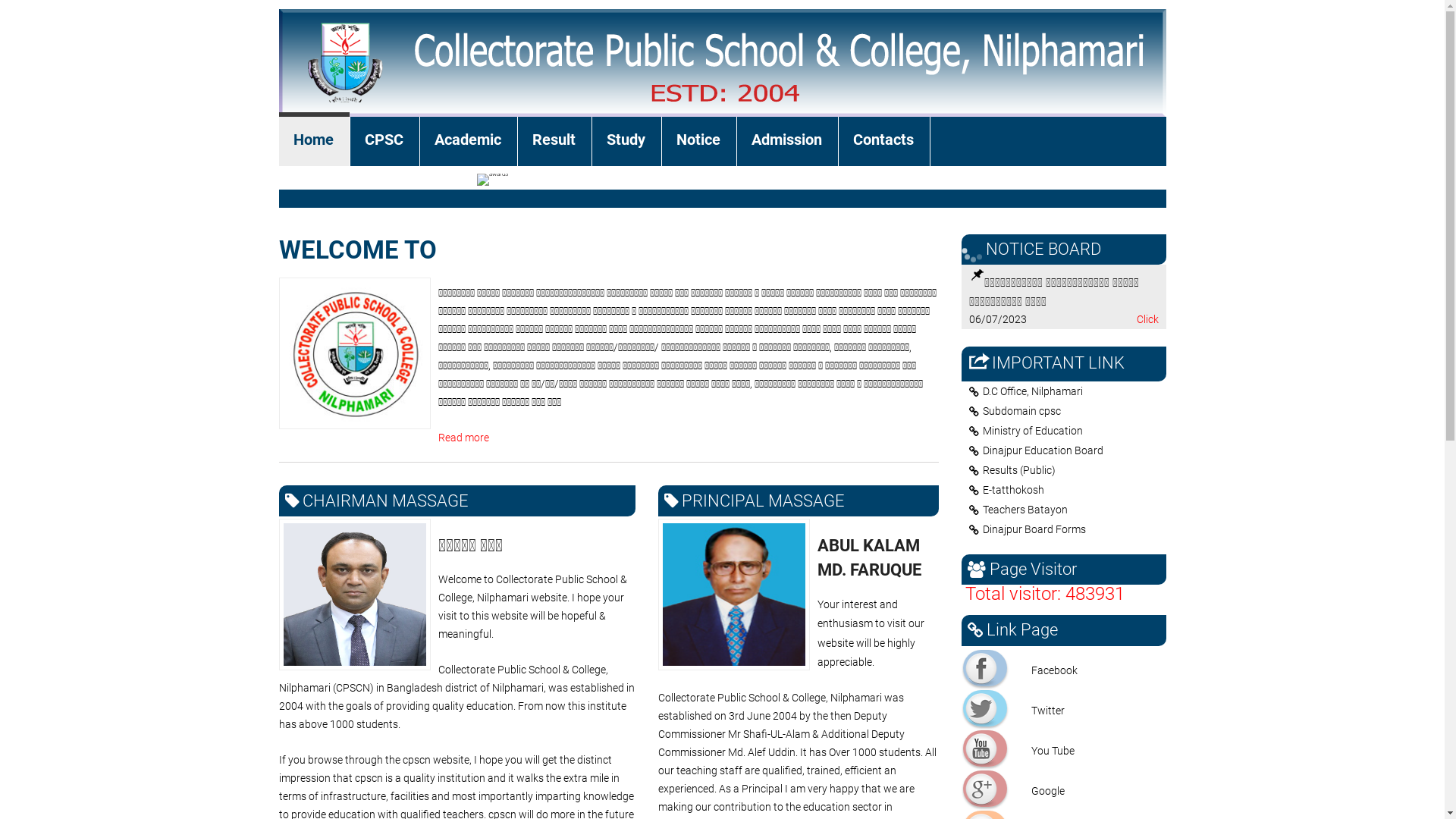  I want to click on 'Result', so click(516, 141).